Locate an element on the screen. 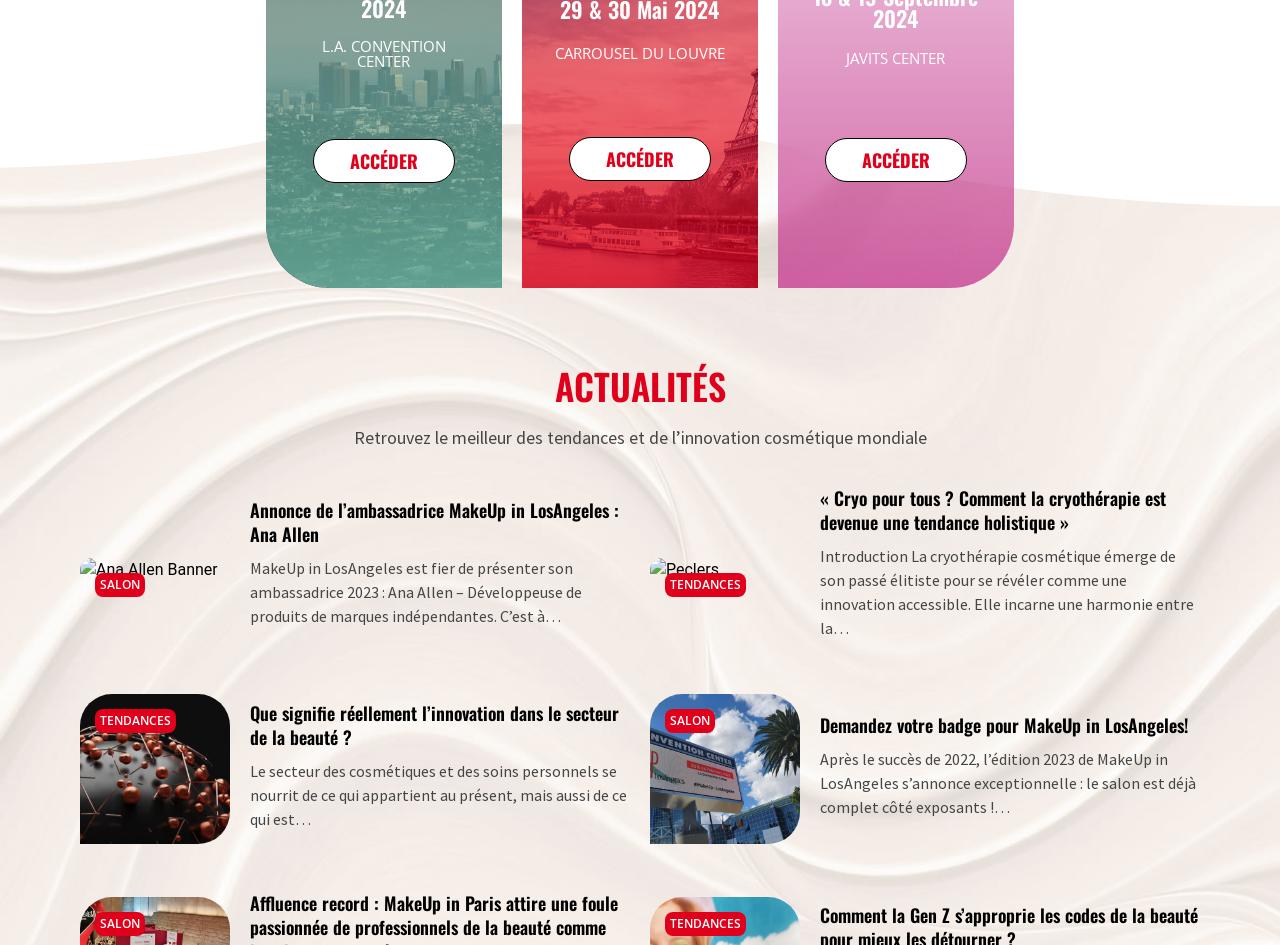  'Retrouvez le meilleur des tendances et de l’innovation cosmétique mondiale' is located at coordinates (638, 437).